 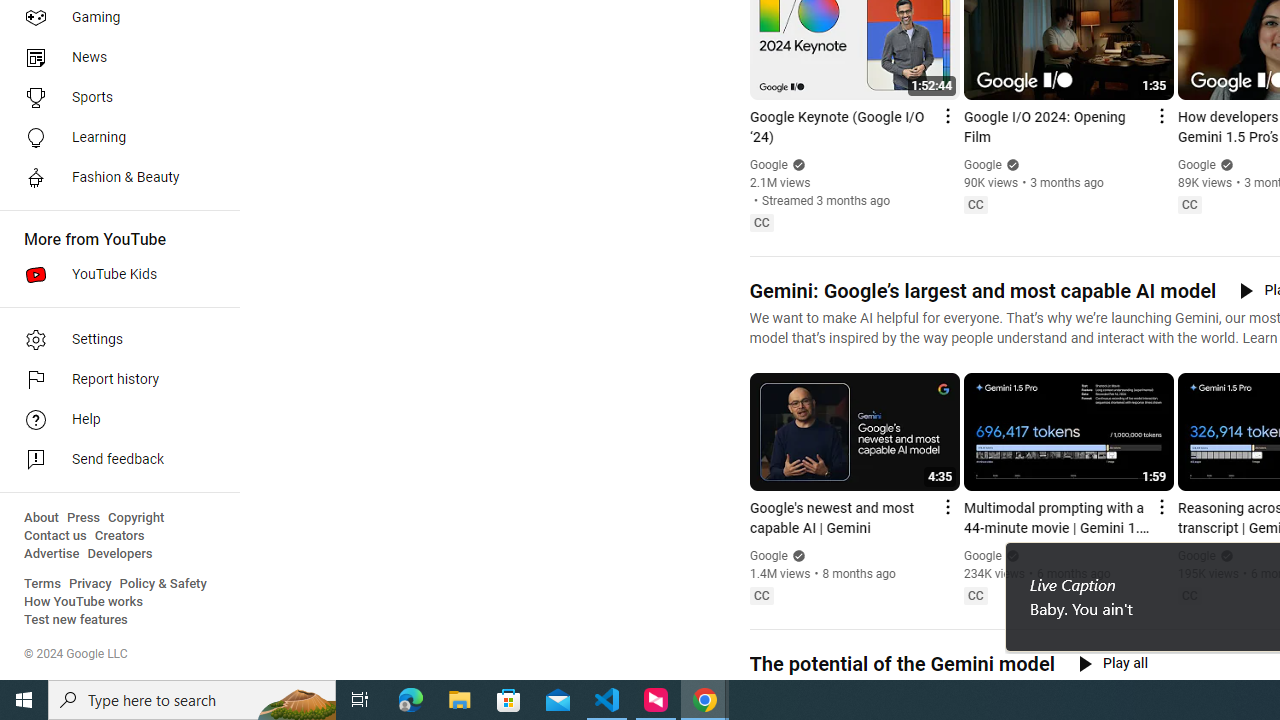 What do you see at coordinates (112, 275) in the screenshot?
I see `'YouTube Kids'` at bounding box center [112, 275].